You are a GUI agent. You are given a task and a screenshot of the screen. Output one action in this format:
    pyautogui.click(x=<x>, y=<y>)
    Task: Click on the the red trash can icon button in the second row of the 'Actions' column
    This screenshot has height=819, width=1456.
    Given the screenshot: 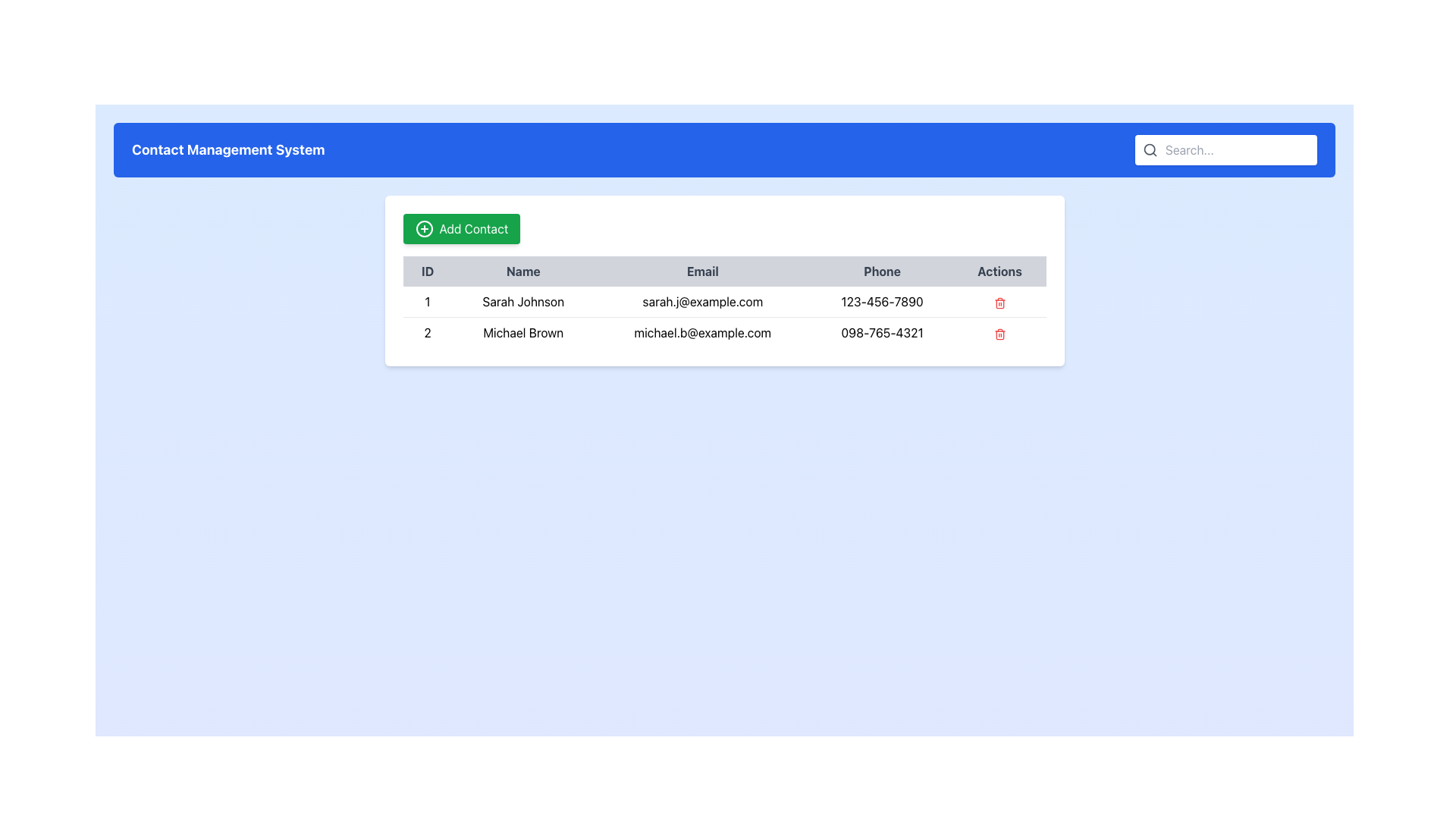 What is the action you would take?
    pyautogui.click(x=999, y=332)
    